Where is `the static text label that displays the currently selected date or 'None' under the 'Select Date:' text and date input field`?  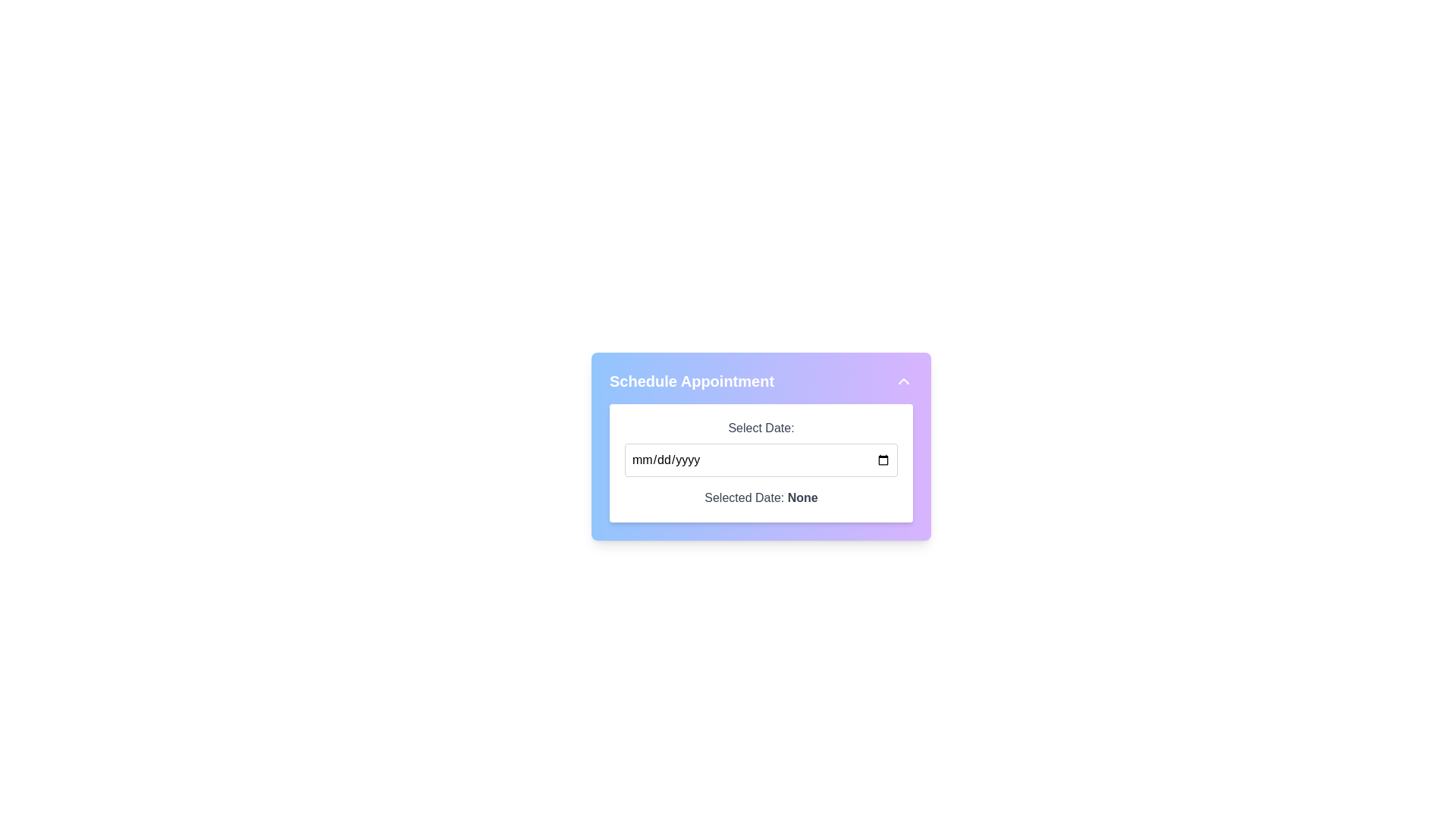
the static text label that displays the currently selected date or 'None' under the 'Select Date:' text and date input field is located at coordinates (761, 497).